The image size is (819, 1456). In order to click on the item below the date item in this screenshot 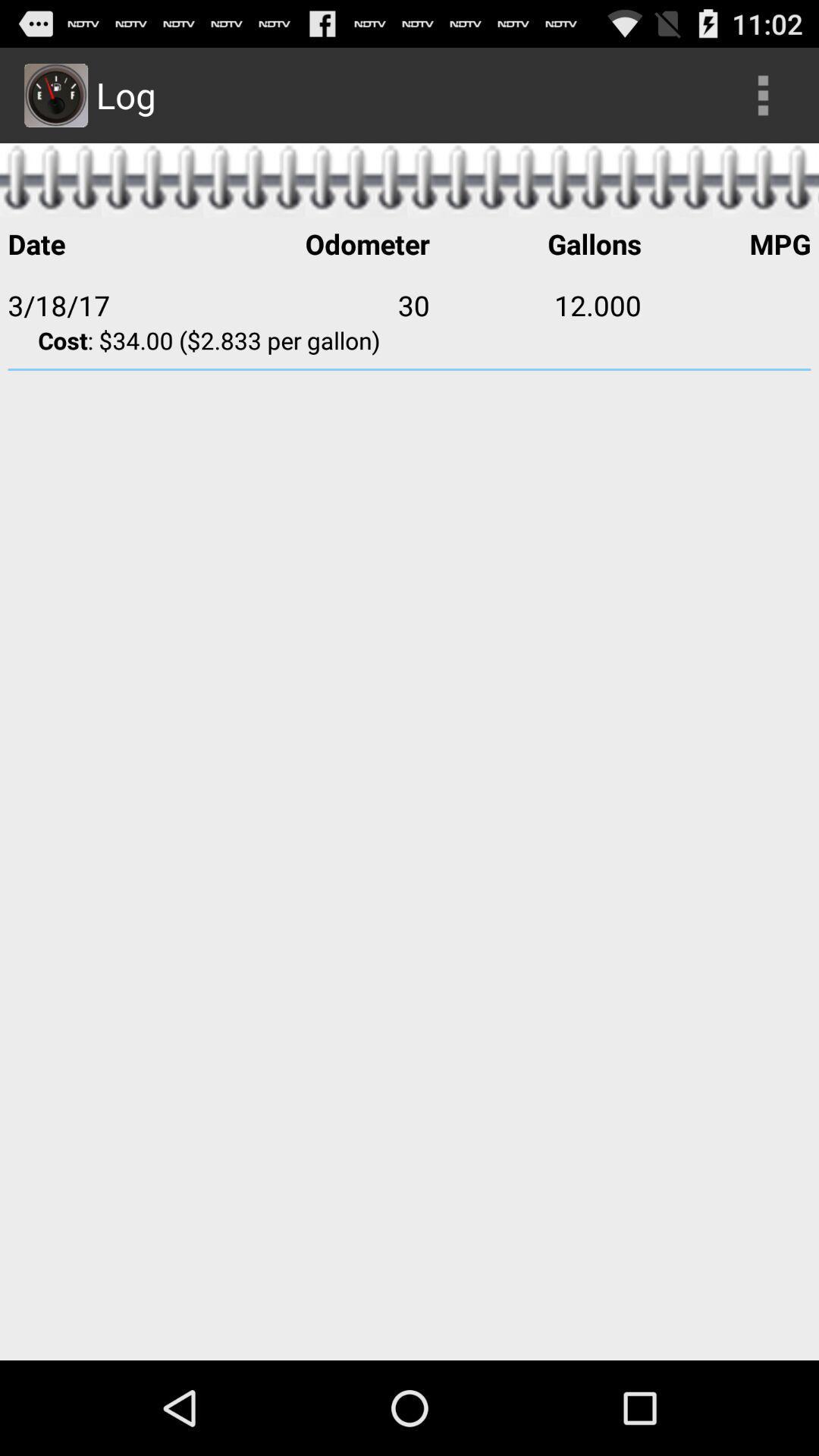, I will do `click(323, 304)`.